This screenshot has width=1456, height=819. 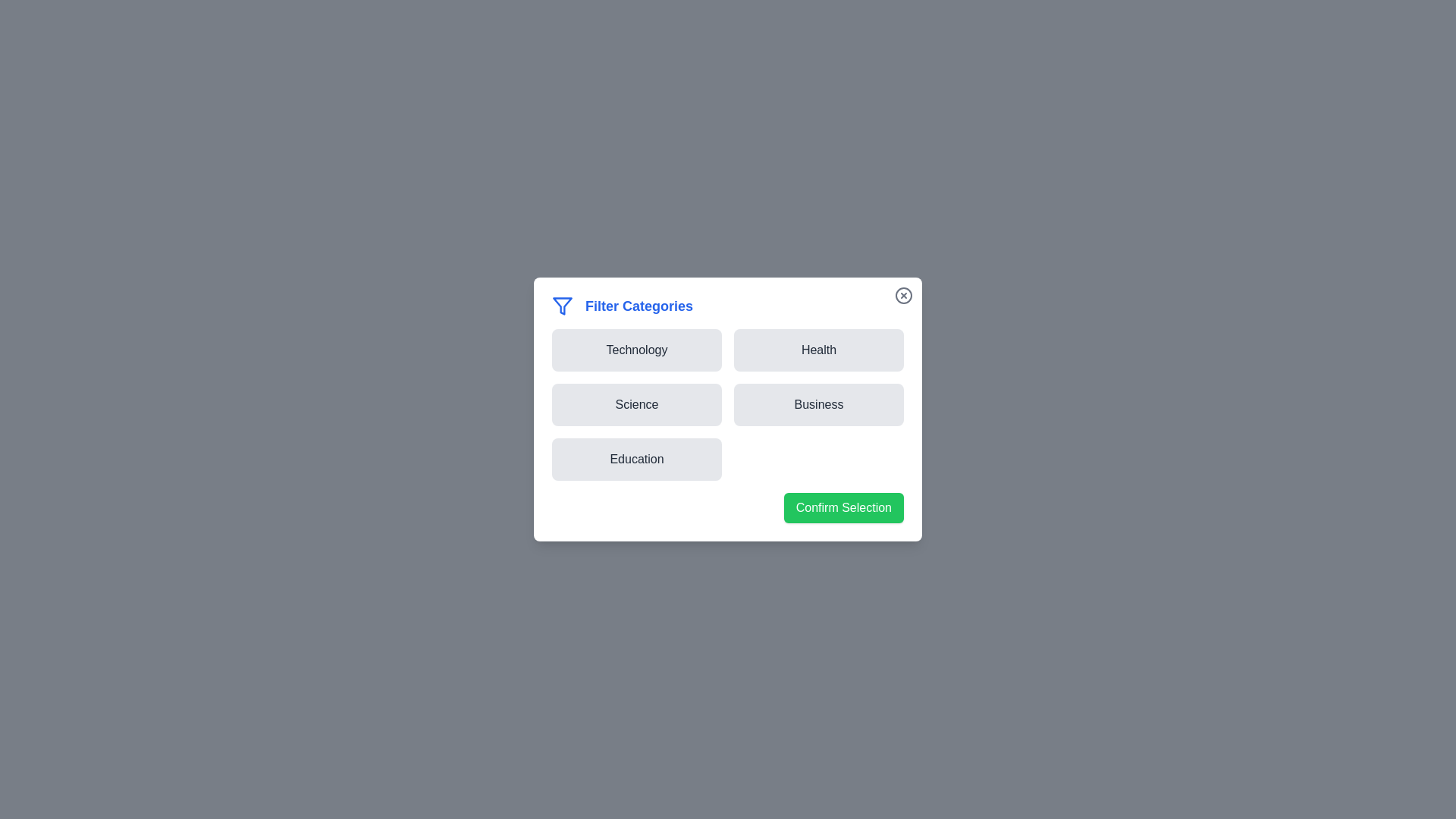 I want to click on the Education button to observe its hover effect, so click(x=637, y=458).